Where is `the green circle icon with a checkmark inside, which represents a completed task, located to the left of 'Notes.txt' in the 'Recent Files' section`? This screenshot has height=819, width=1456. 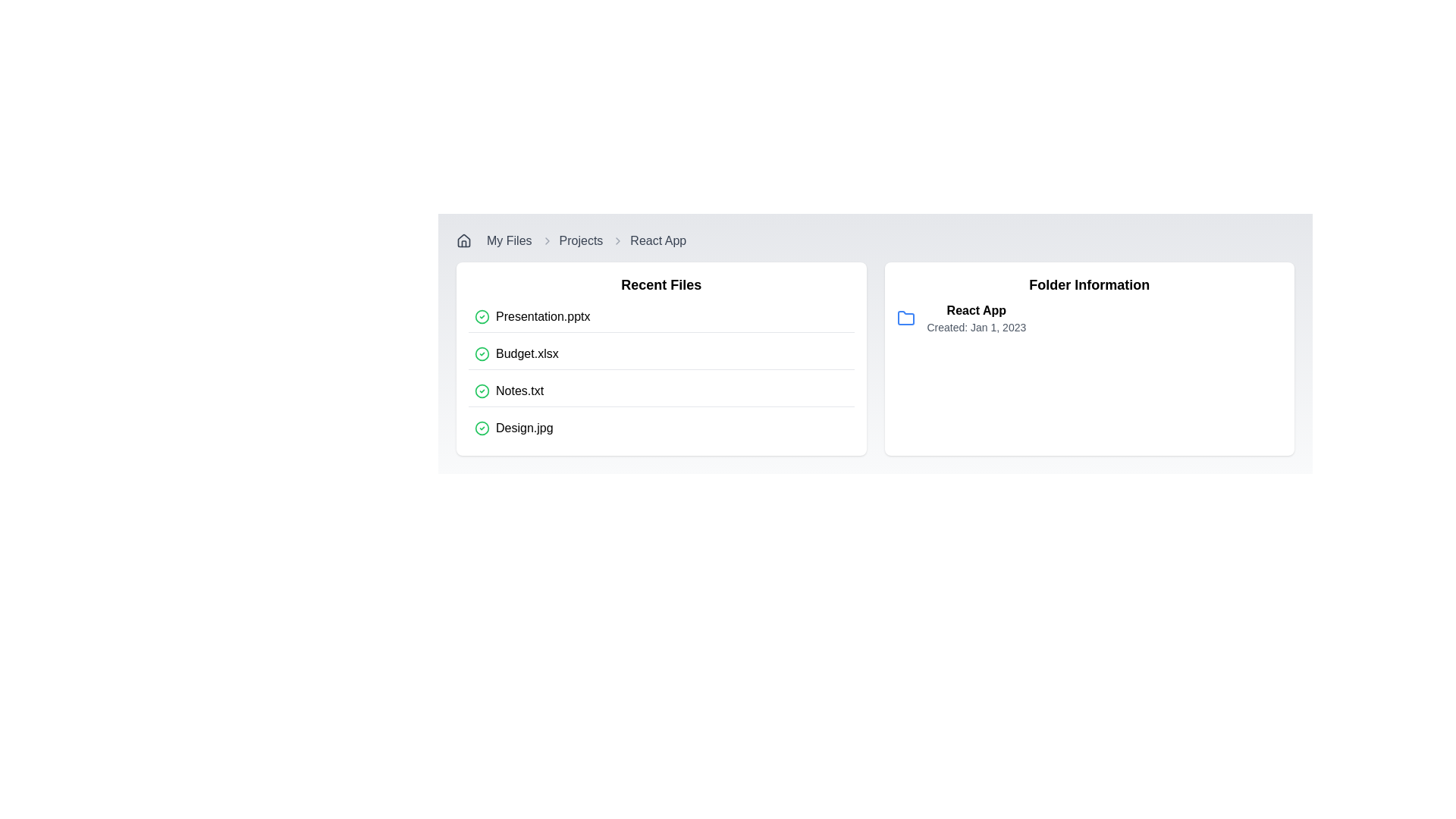 the green circle icon with a checkmark inside, which represents a completed task, located to the left of 'Notes.txt' in the 'Recent Files' section is located at coordinates (481, 391).